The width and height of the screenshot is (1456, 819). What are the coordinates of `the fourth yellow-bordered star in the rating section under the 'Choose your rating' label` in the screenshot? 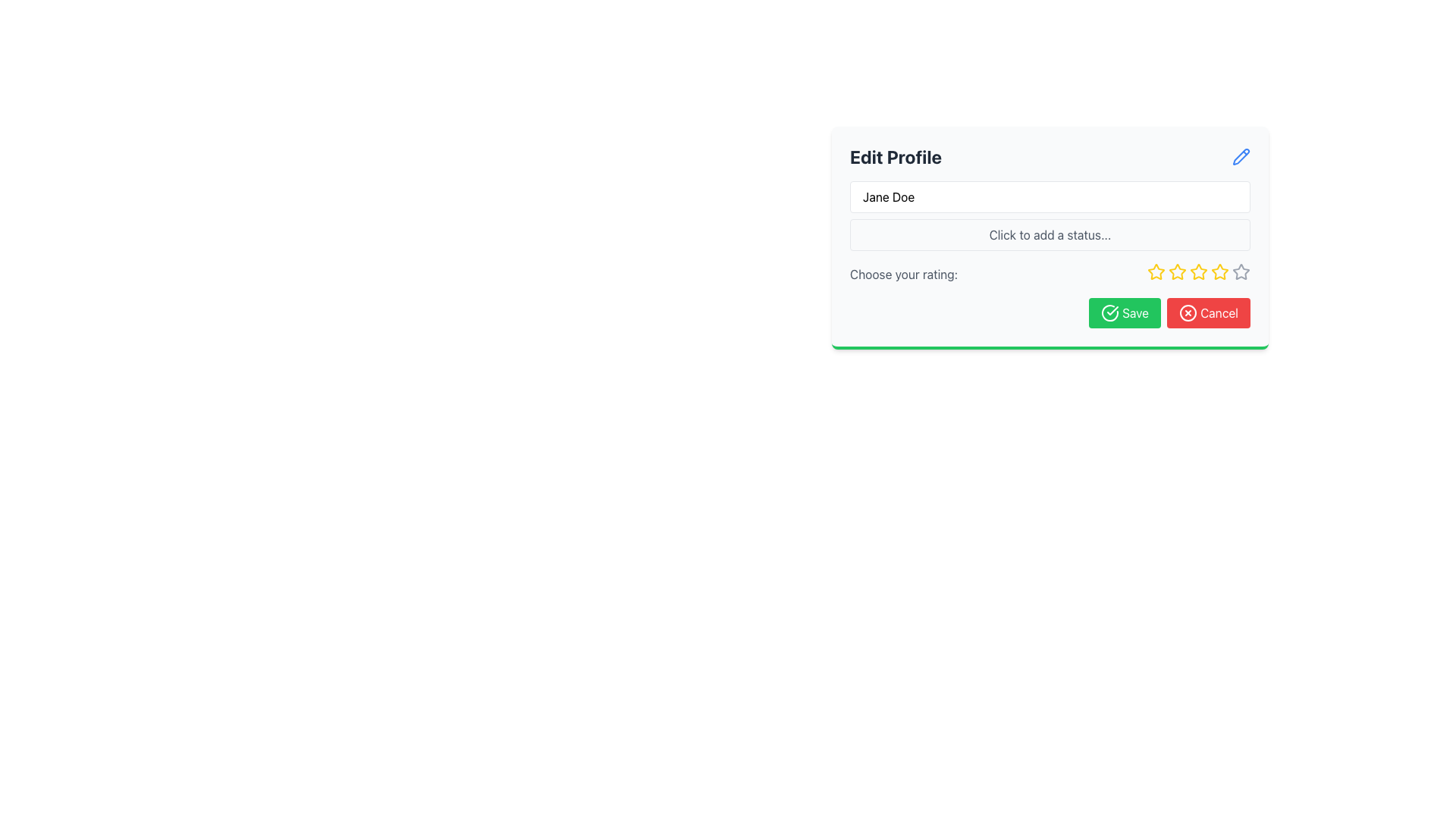 It's located at (1219, 271).